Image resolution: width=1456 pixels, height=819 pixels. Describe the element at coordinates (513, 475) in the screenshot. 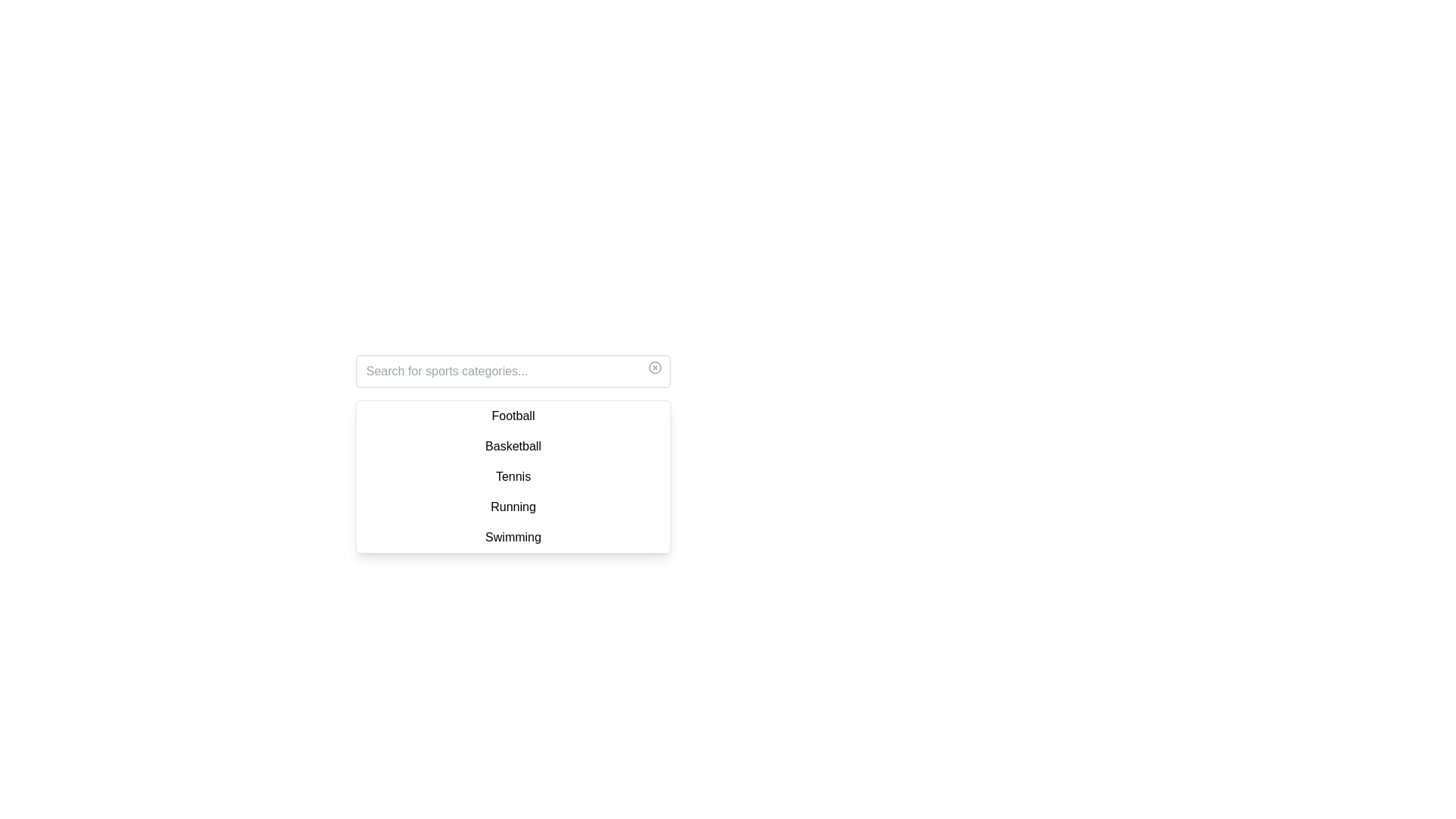

I see `the third list item in the vertical list containing the sports options: 'Football', 'Basketball', 'Tennis', 'Running', and 'Swimming', which is styled with hover effects` at that location.